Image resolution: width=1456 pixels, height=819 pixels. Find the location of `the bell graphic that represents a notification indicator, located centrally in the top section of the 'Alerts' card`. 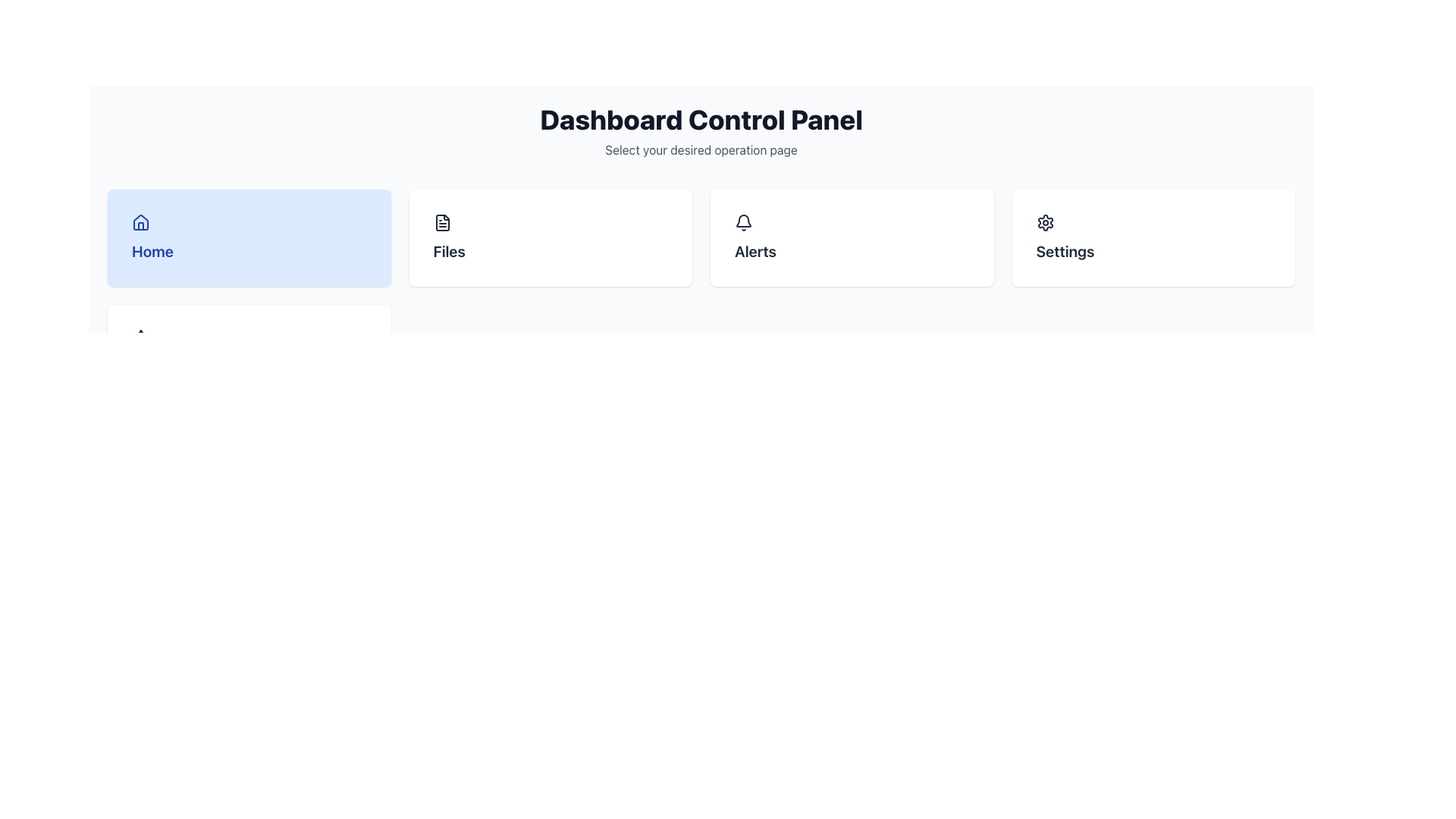

the bell graphic that represents a notification indicator, located centrally in the top section of the 'Alerts' card is located at coordinates (743, 221).